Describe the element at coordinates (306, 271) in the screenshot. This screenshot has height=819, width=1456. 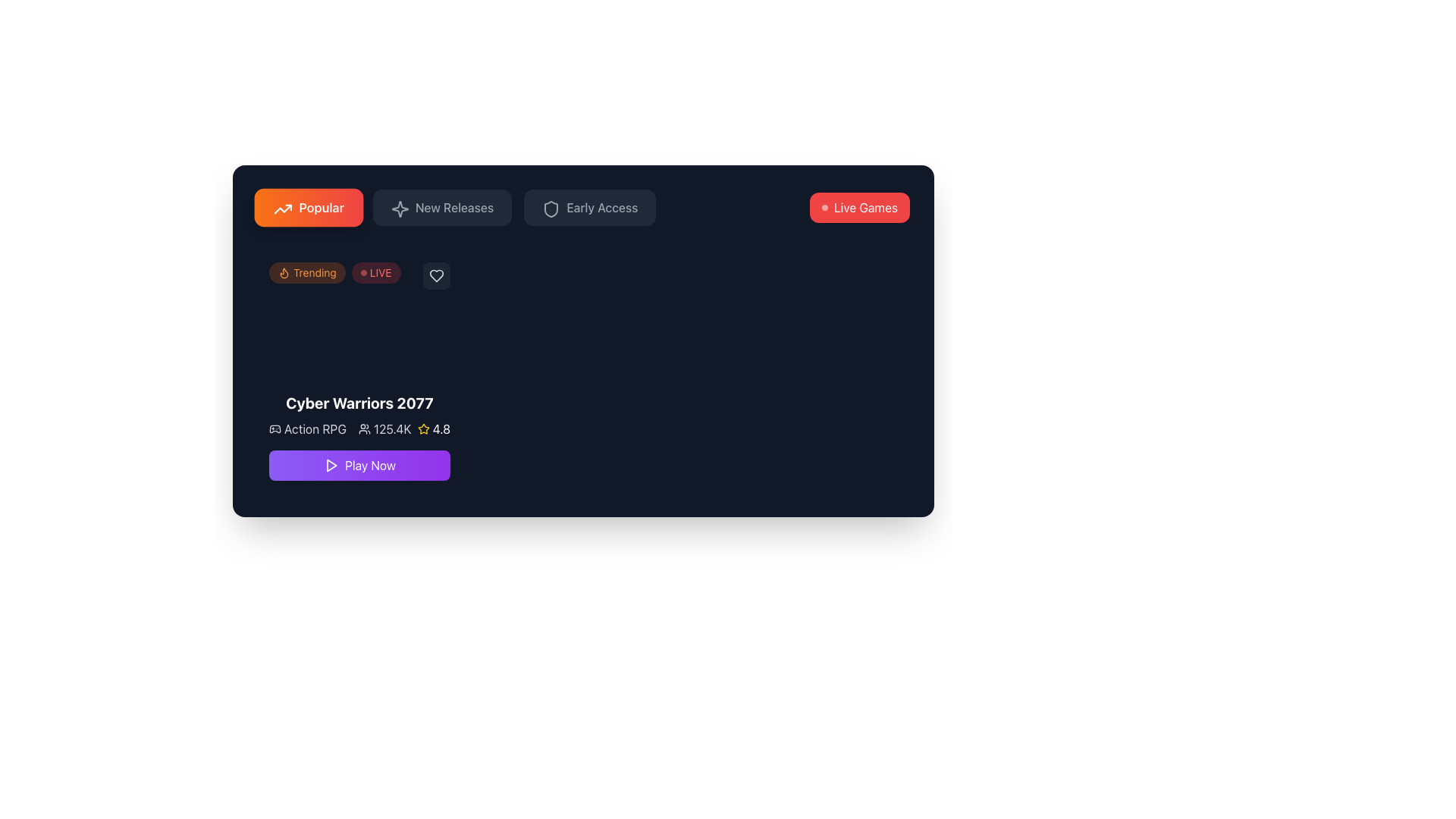
I see `the 'Trending' badge, which is a small rectangular label with a flame icon, styled in an orange theme and located at the top-center segment of the card` at that location.